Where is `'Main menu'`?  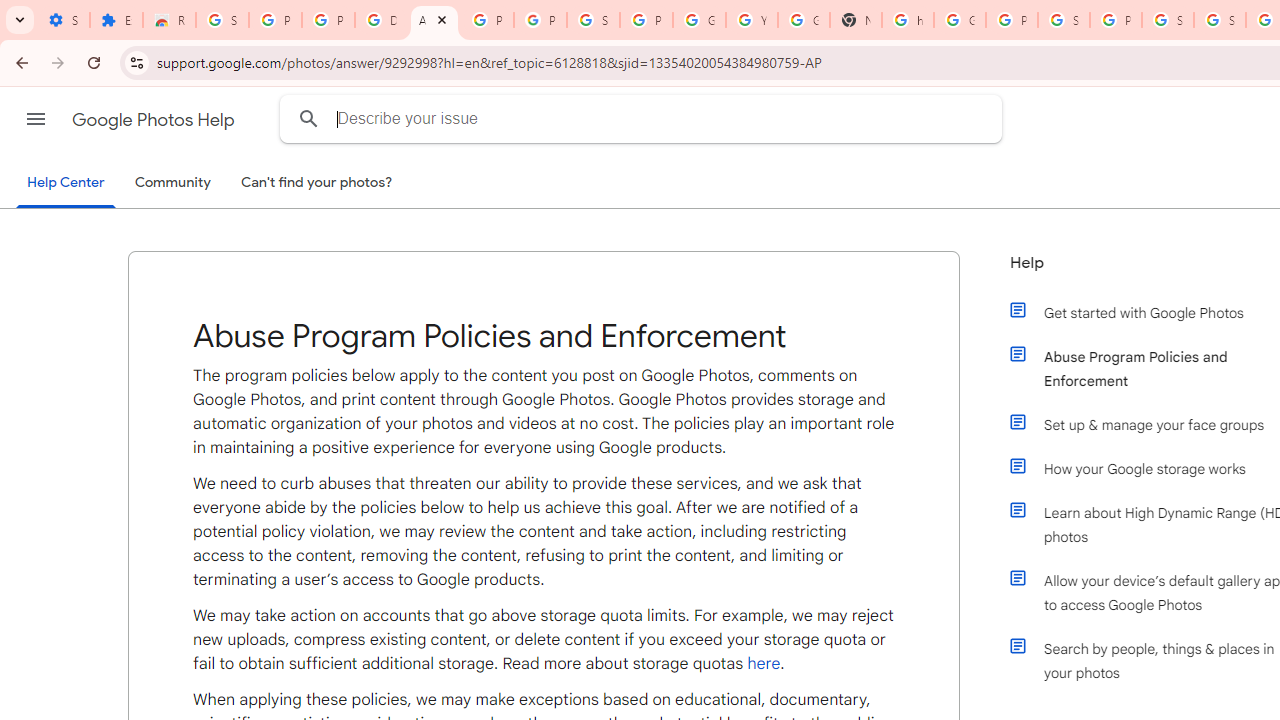
'Main menu' is located at coordinates (35, 119).